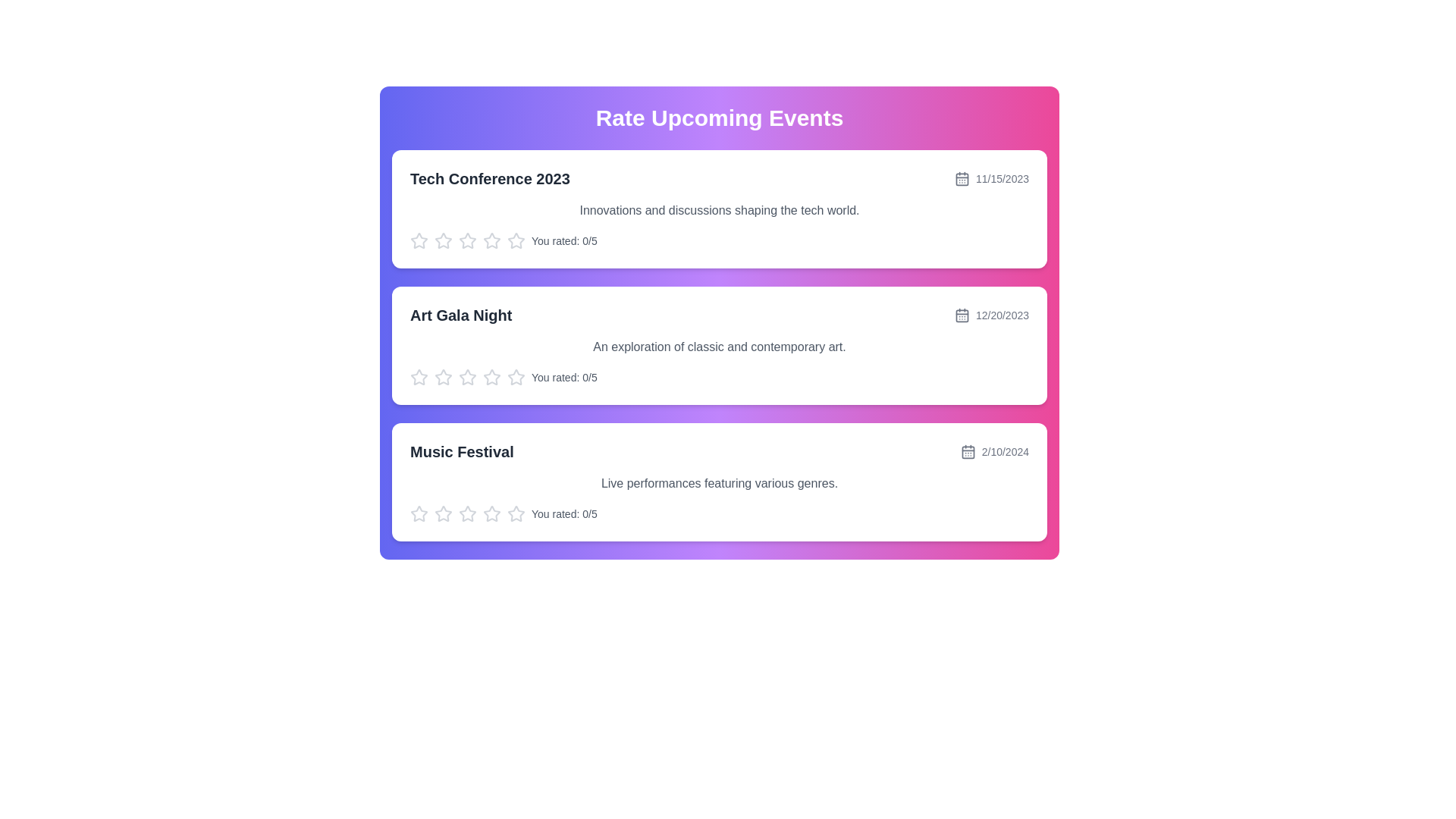 The height and width of the screenshot is (819, 1456). I want to click on the fourth star icon in the rating system located below the 'Tech Conference 2023' title, so click(516, 240).